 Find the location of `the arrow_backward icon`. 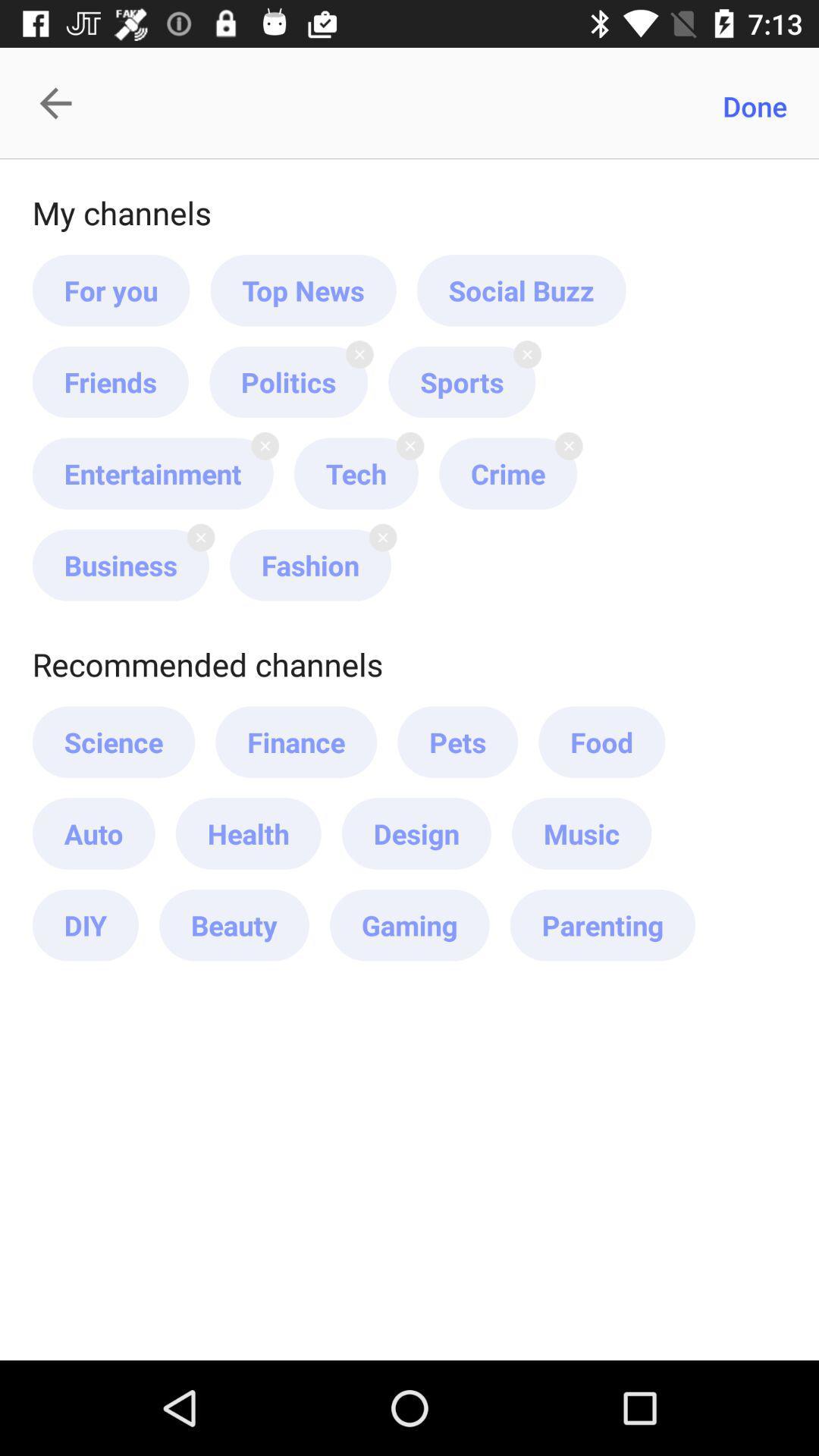

the arrow_backward icon is located at coordinates (63, 102).